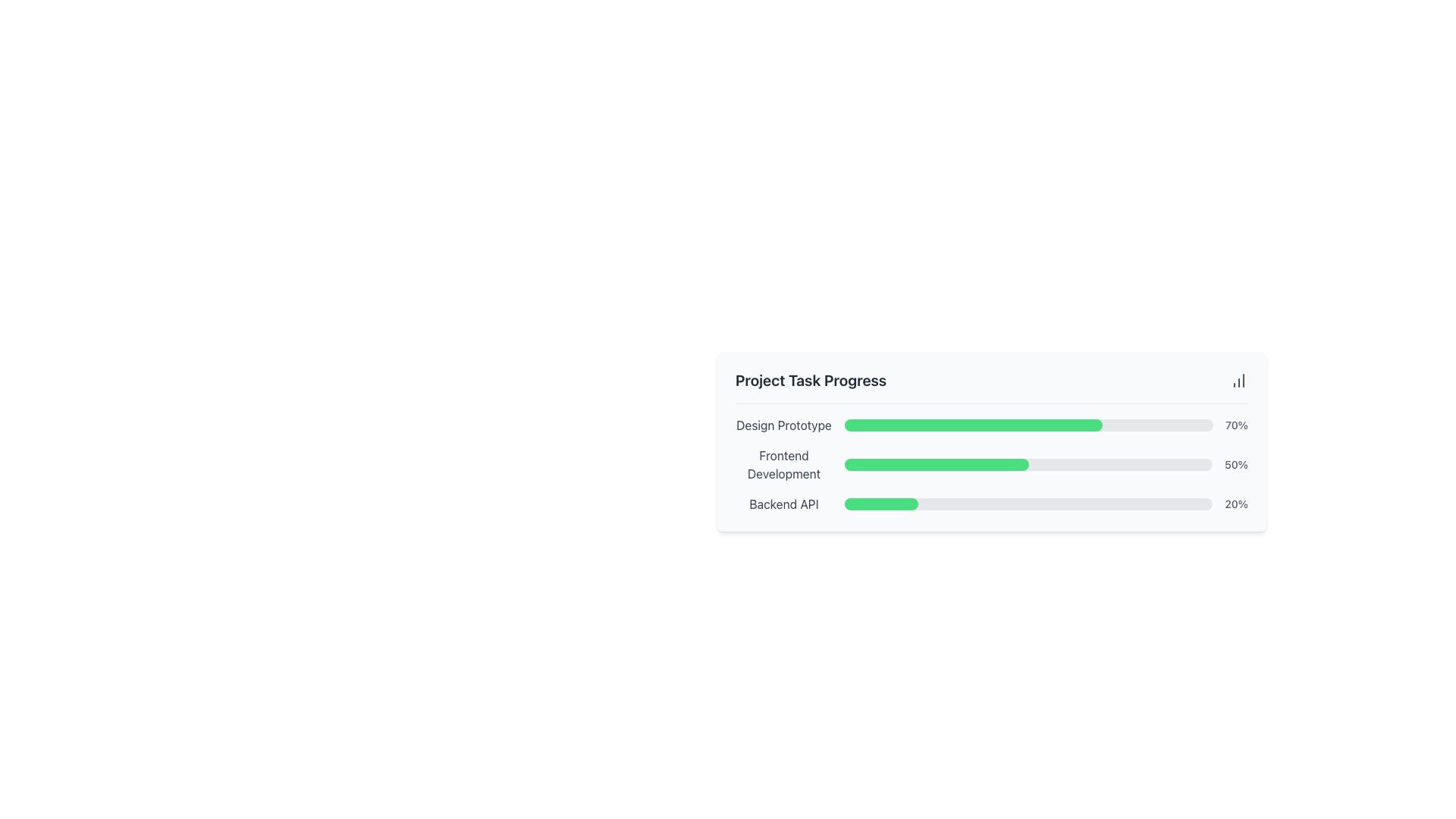 Image resolution: width=1456 pixels, height=819 pixels. What do you see at coordinates (992, 441) in the screenshot?
I see `task title and completion percentage of the second progress indicator labeled 'Frontend Development' in the Progress tracker` at bounding box center [992, 441].